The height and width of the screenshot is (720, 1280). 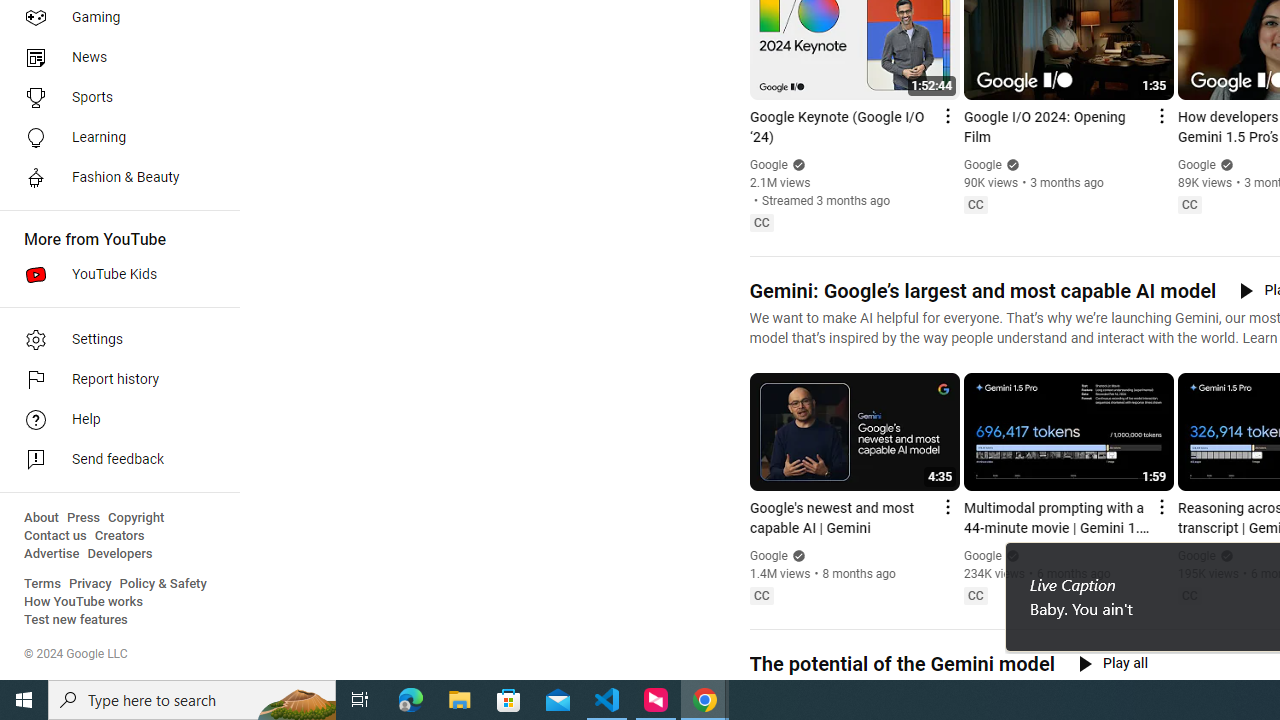 I want to click on 'Creators', so click(x=118, y=535).